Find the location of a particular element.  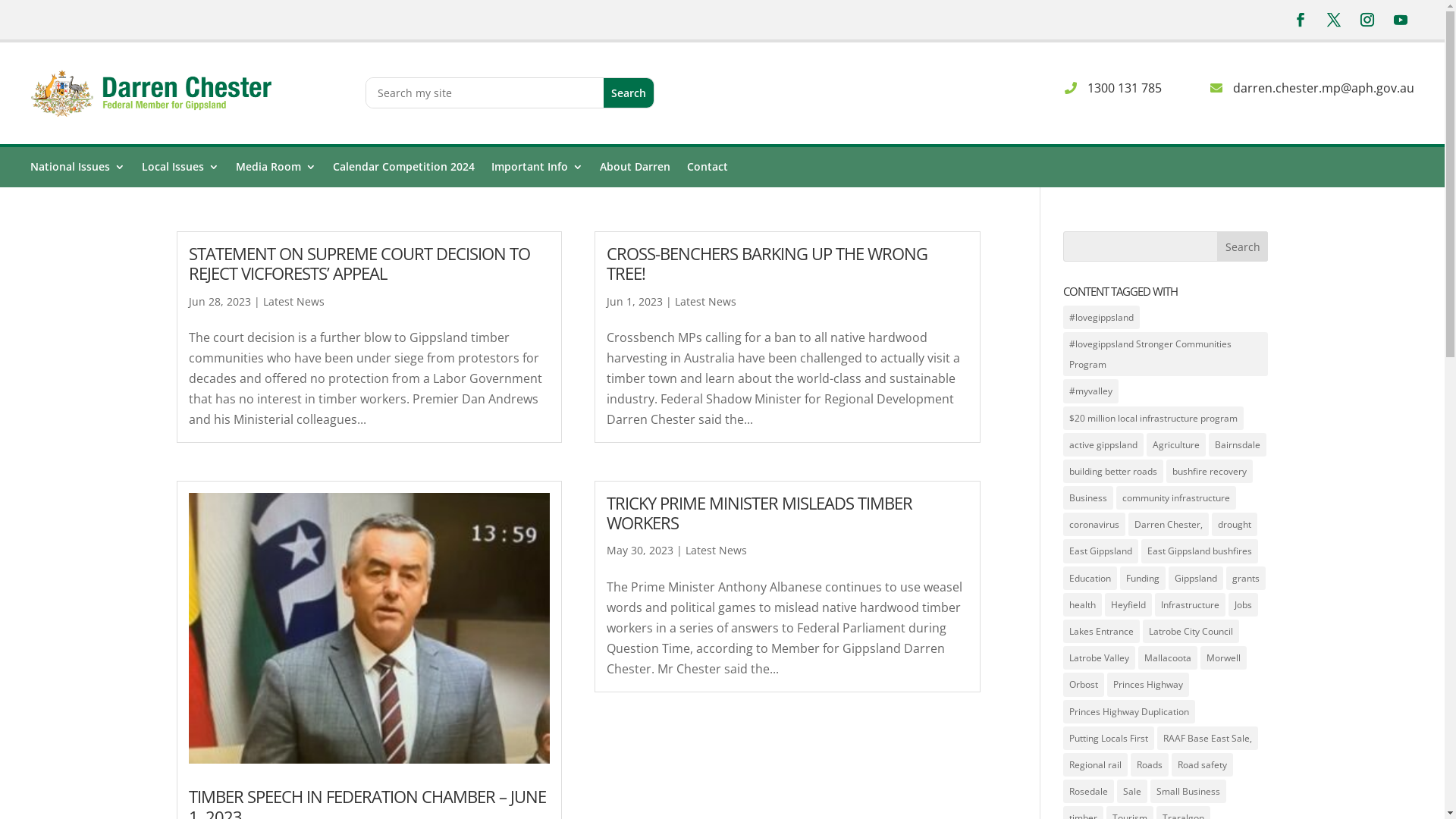

'Princes Highway' is located at coordinates (1147, 684).